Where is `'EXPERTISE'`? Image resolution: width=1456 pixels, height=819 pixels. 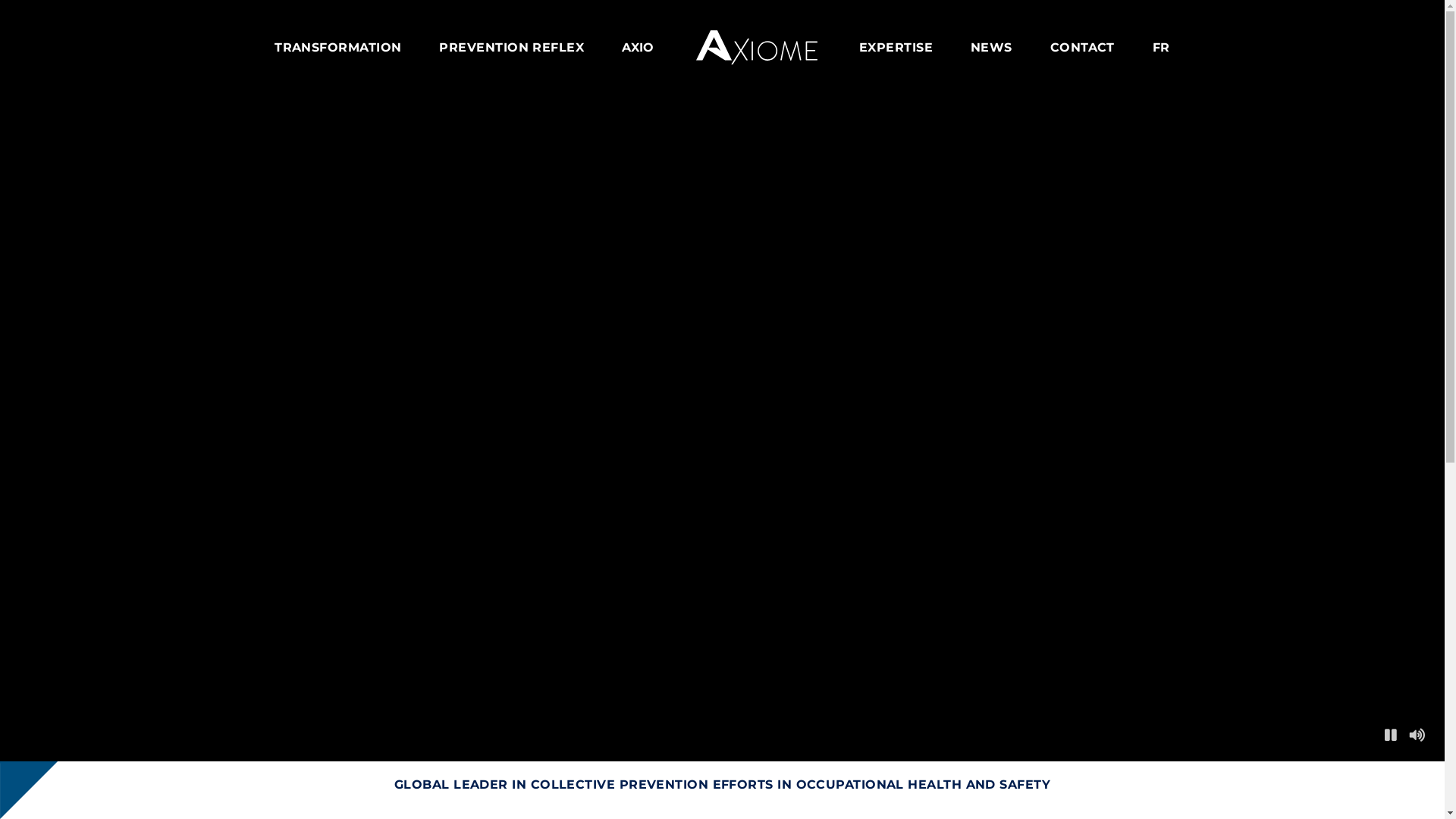
'EXPERTISE' is located at coordinates (896, 47).